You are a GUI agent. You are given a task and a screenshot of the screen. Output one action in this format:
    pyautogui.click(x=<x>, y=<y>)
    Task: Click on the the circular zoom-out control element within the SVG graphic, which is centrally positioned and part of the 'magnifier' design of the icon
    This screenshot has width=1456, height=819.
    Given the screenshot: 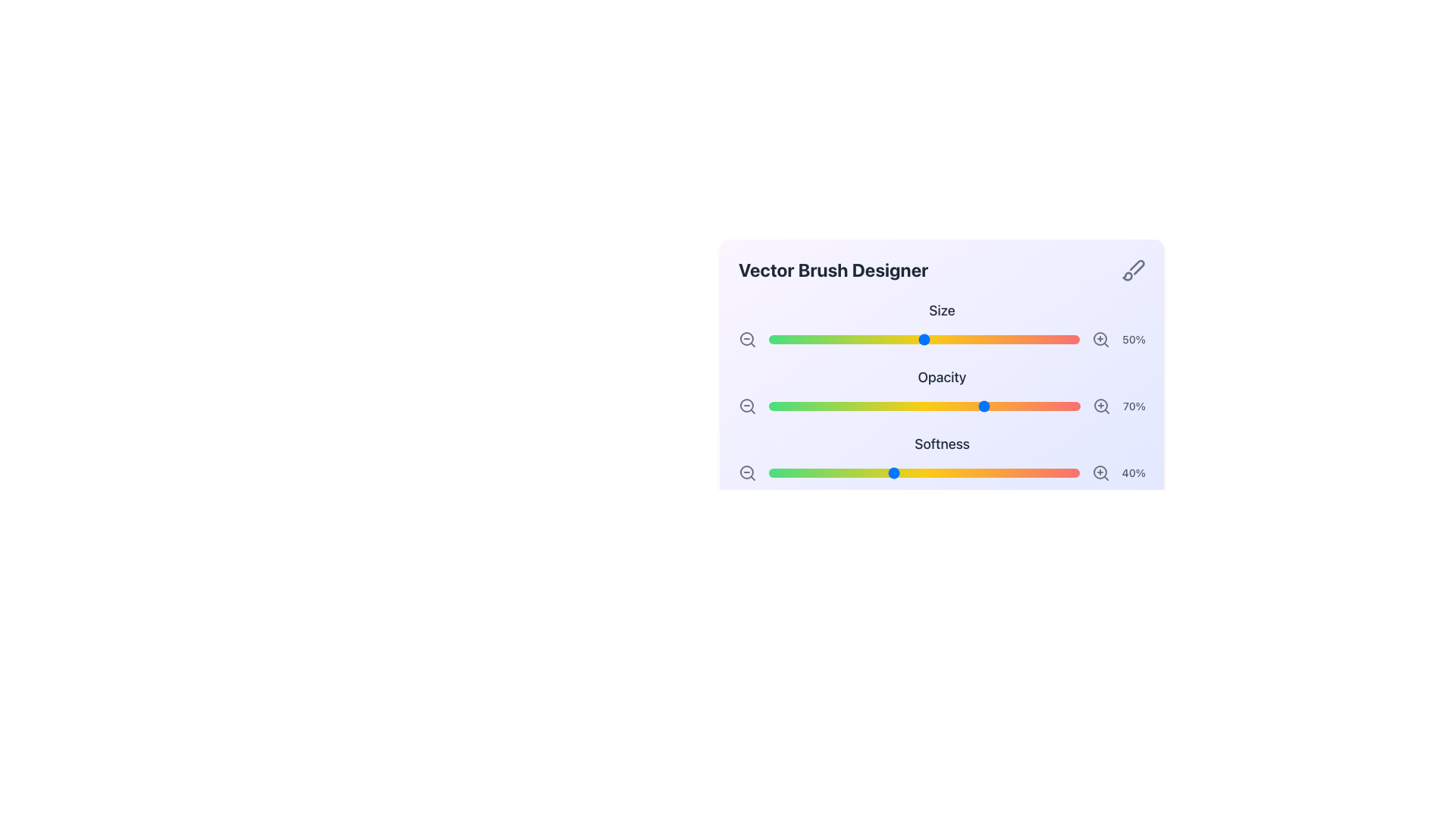 What is the action you would take?
    pyautogui.click(x=746, y=405)
    